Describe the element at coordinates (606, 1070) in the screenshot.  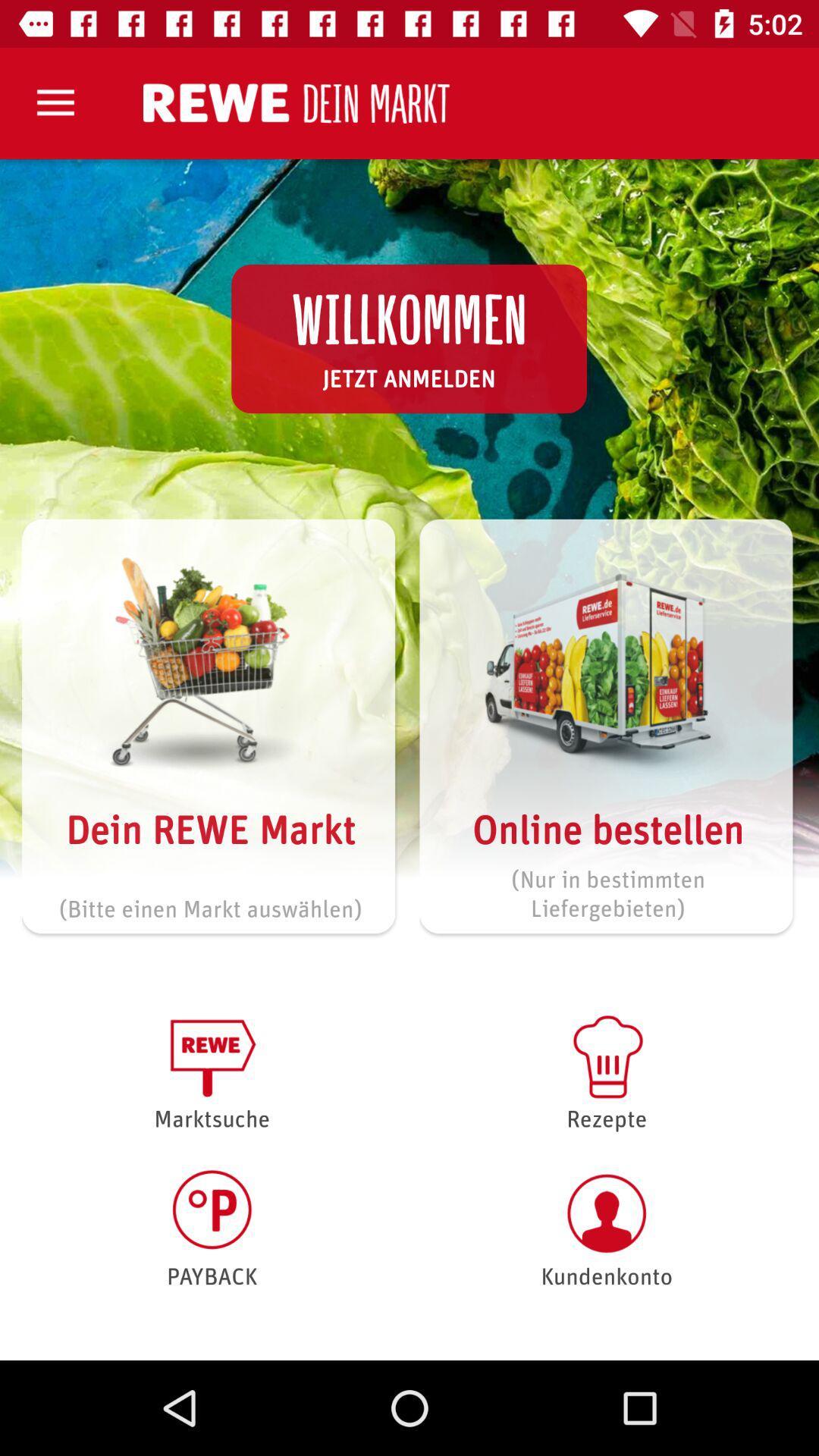
I see `rezepte` at that location.